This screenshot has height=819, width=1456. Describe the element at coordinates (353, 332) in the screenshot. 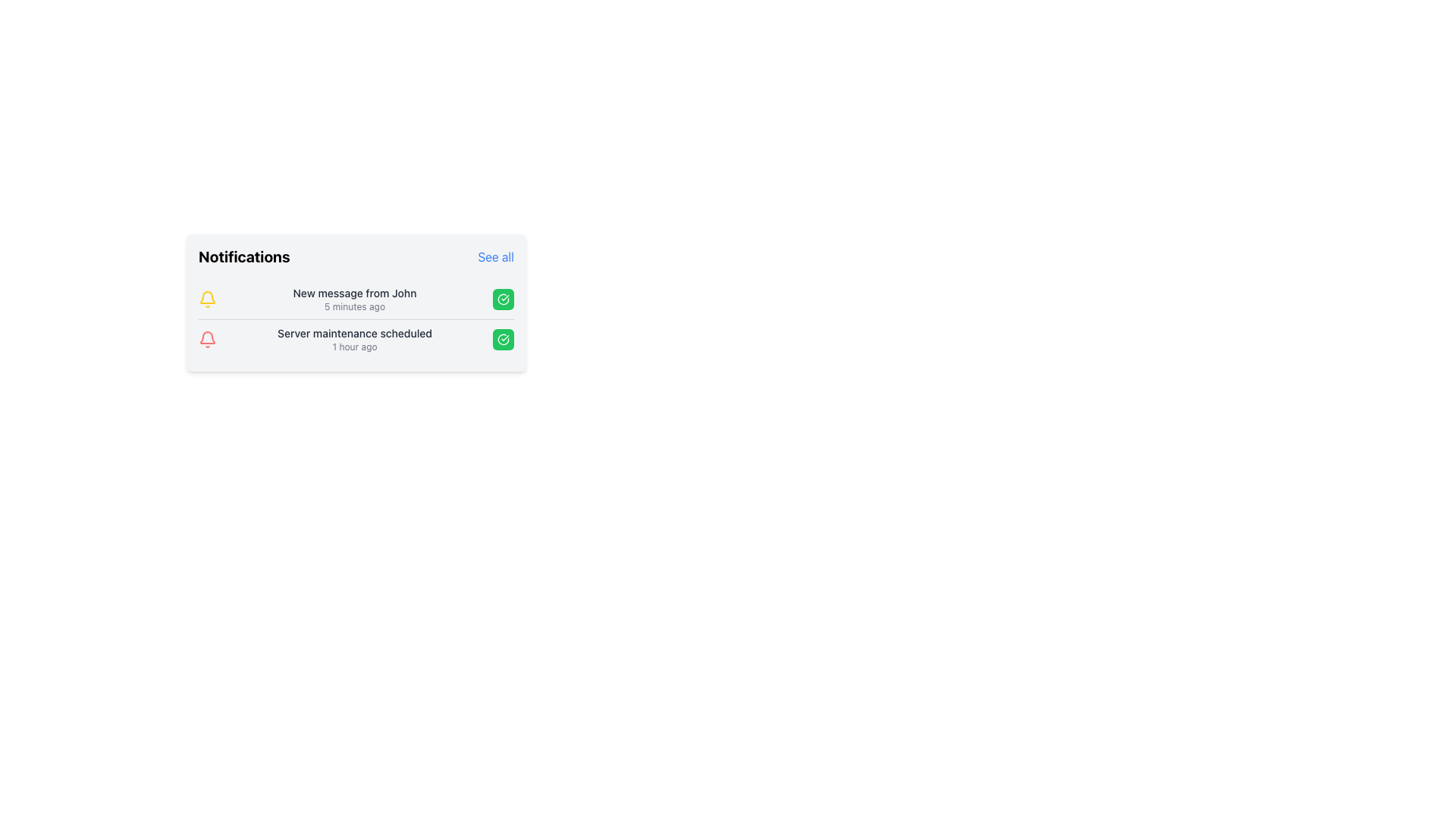

I see `the main content text of the notification that alerts the user about 'Server maintenance scheduled'` at that location.